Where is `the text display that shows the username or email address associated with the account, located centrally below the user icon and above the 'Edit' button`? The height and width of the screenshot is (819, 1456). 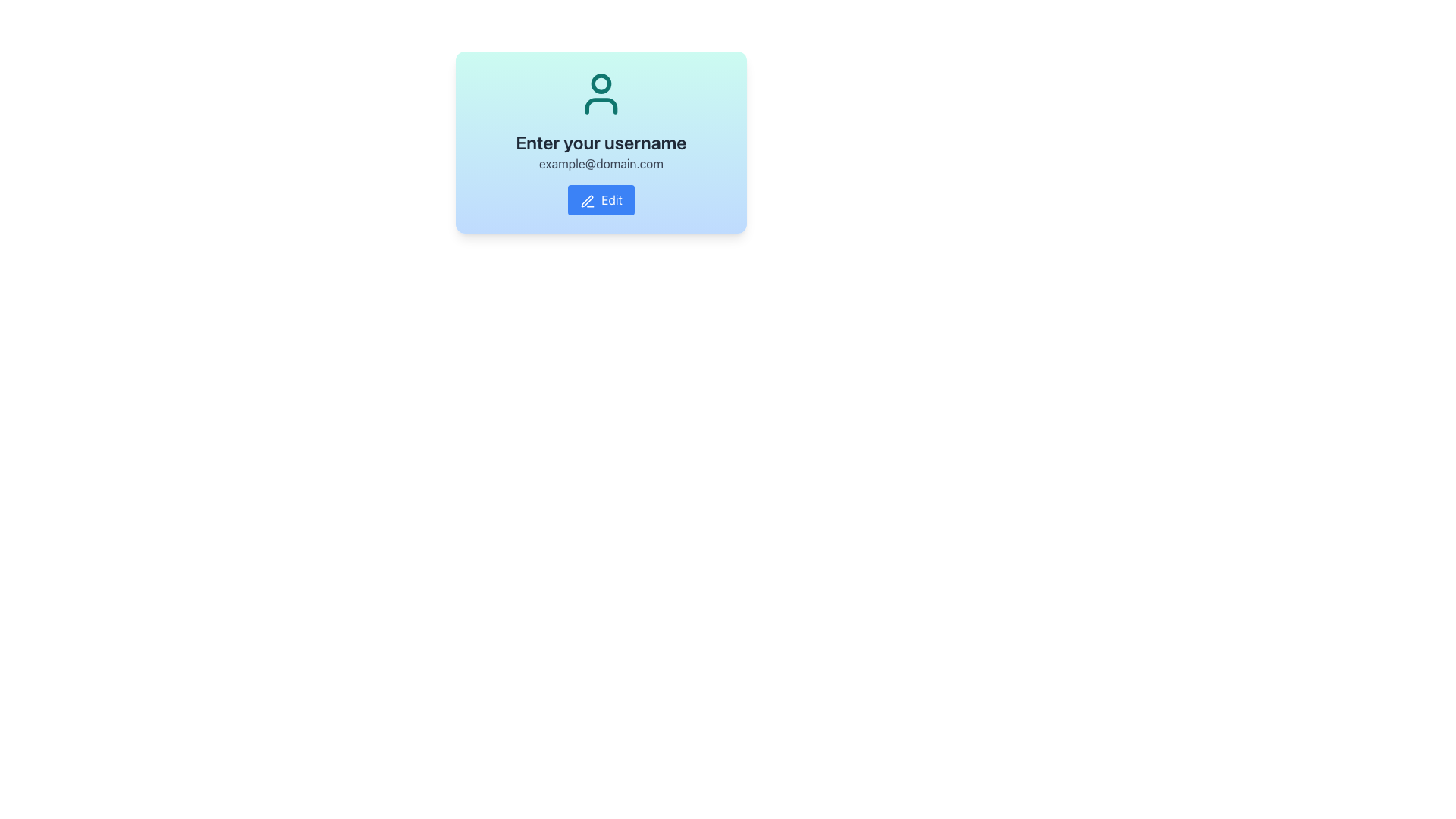
the text display that shows the username or email address associated with the account, located centrally below the user icon and above the 'Edit' button is located at coordinates (600, 171).